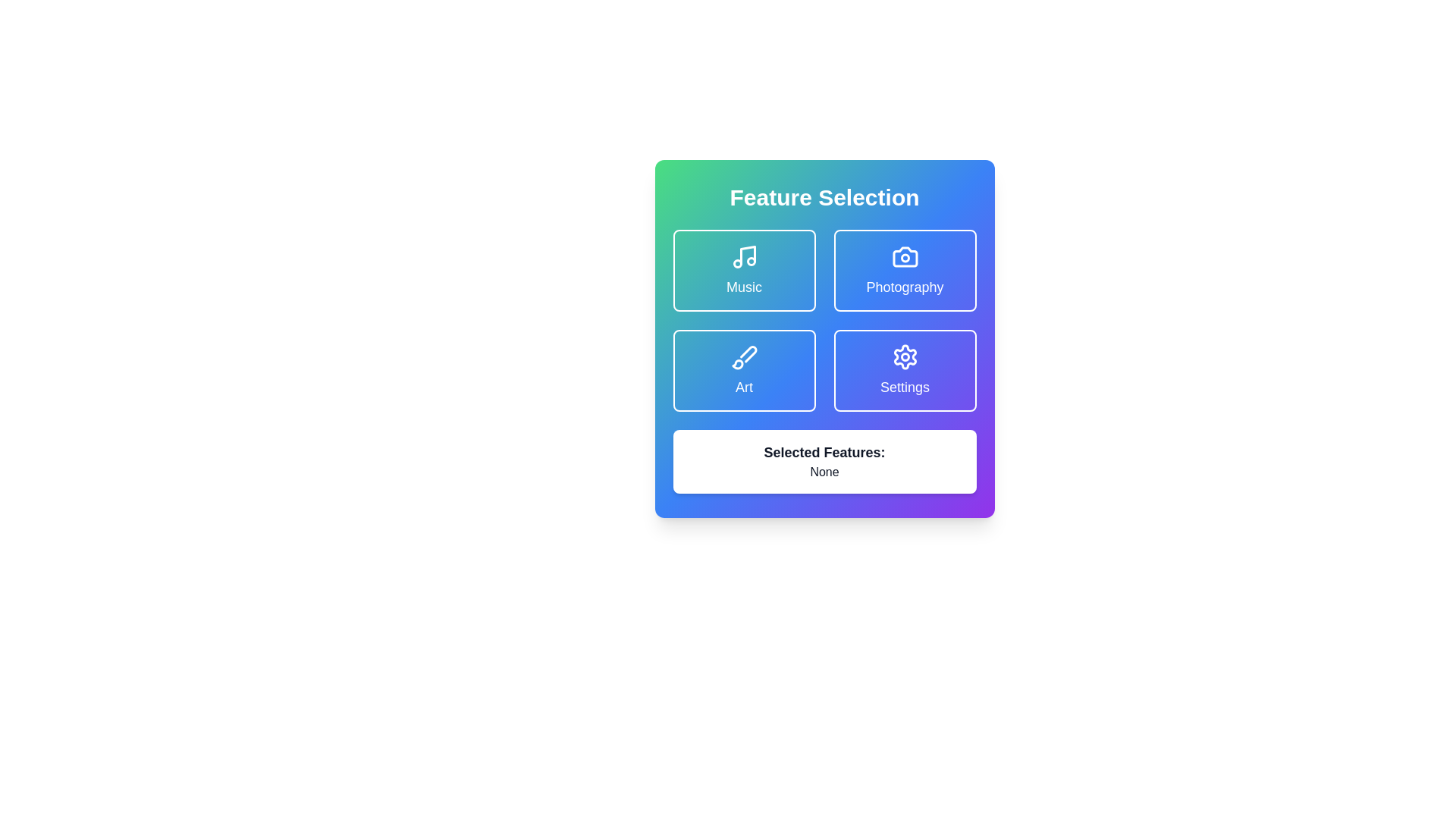 This screenshot has height=819, width=1456. I want to click on on the 'Music' button in the grid layout, so click(824, 320).